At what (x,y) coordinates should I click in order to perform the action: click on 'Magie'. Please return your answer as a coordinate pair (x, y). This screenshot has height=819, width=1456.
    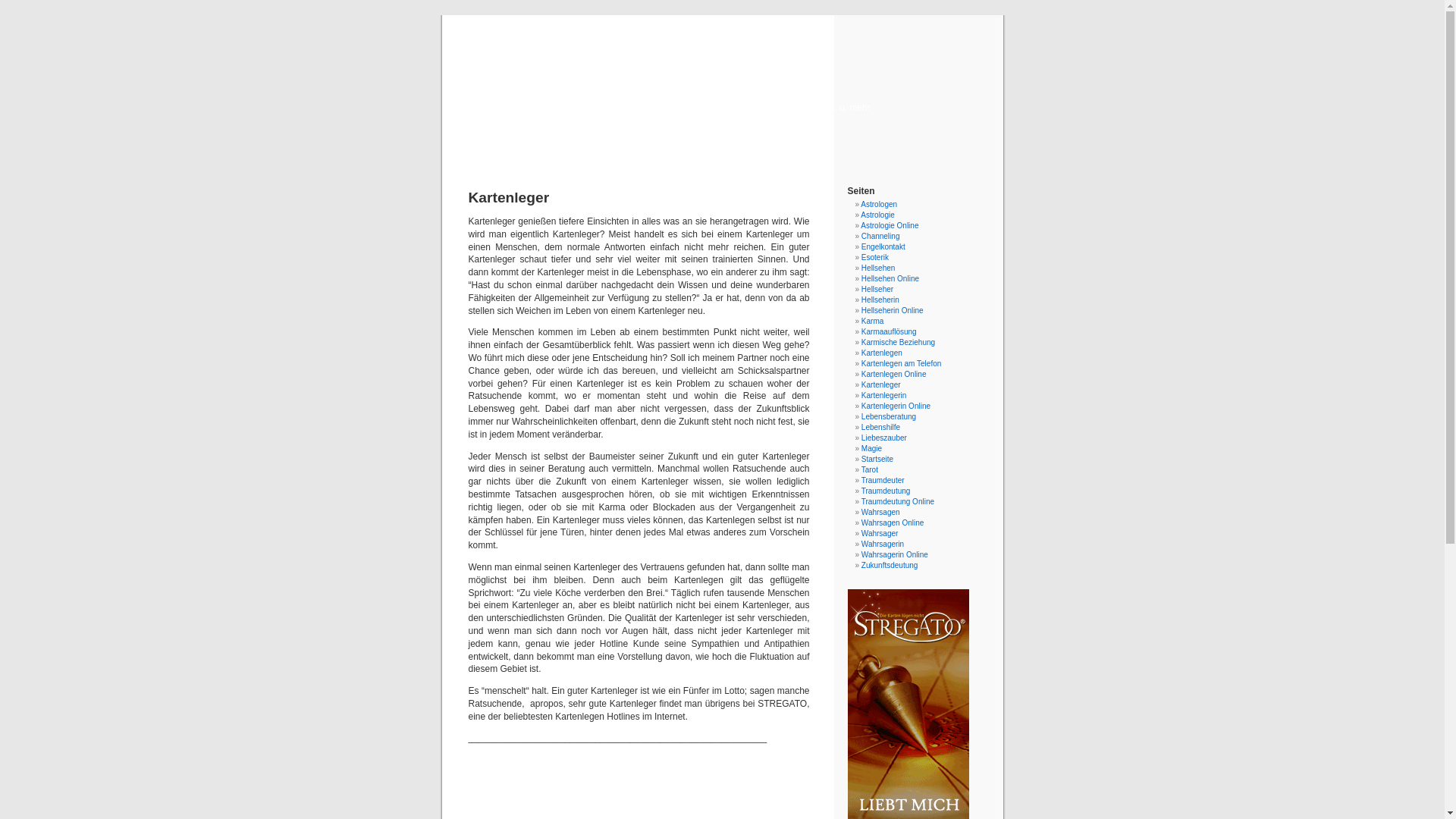
    Looking at the image, I should click on (871, 447).